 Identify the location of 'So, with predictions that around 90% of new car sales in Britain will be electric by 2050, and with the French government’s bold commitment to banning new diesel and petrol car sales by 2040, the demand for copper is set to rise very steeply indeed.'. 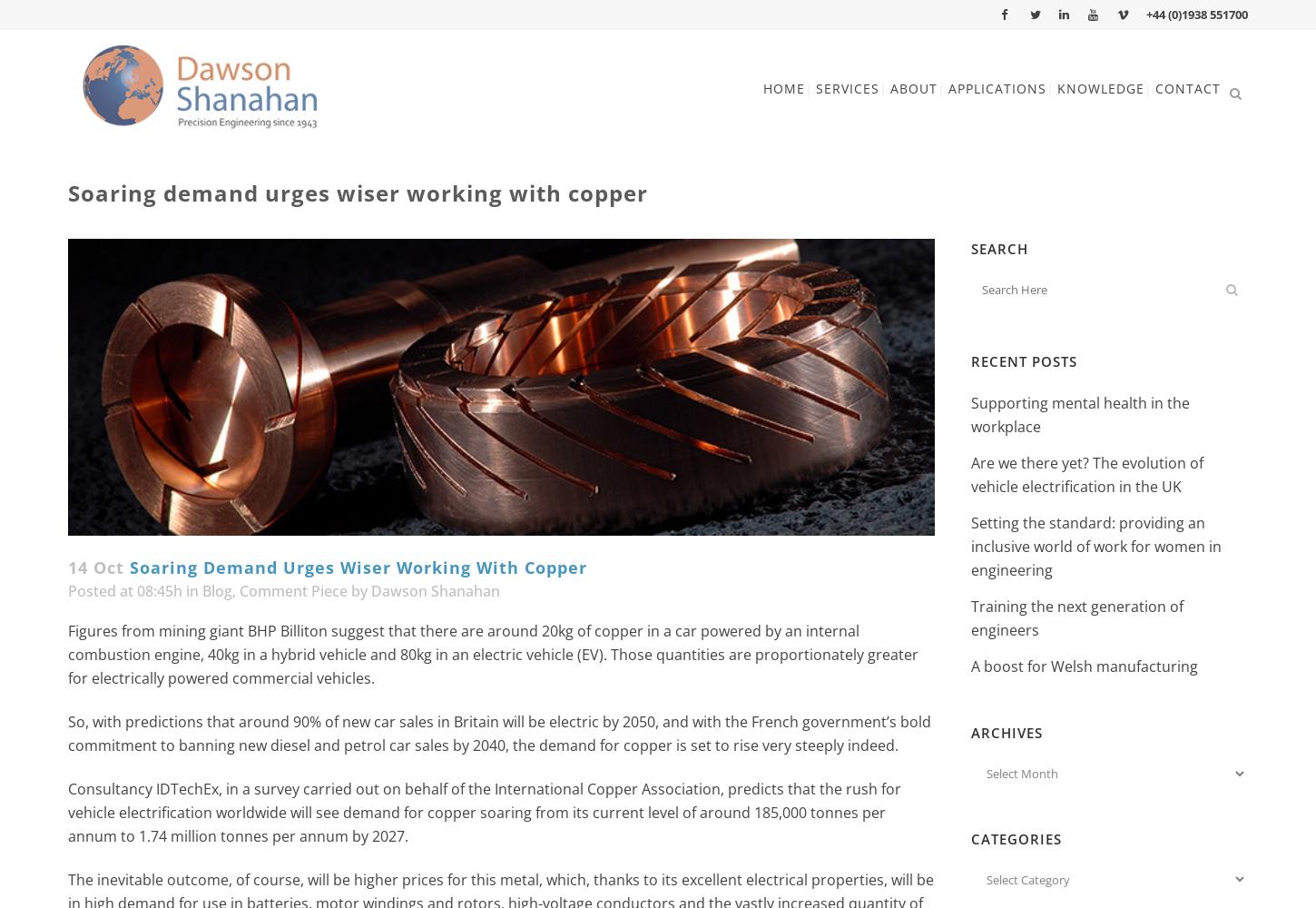
(499, 734).